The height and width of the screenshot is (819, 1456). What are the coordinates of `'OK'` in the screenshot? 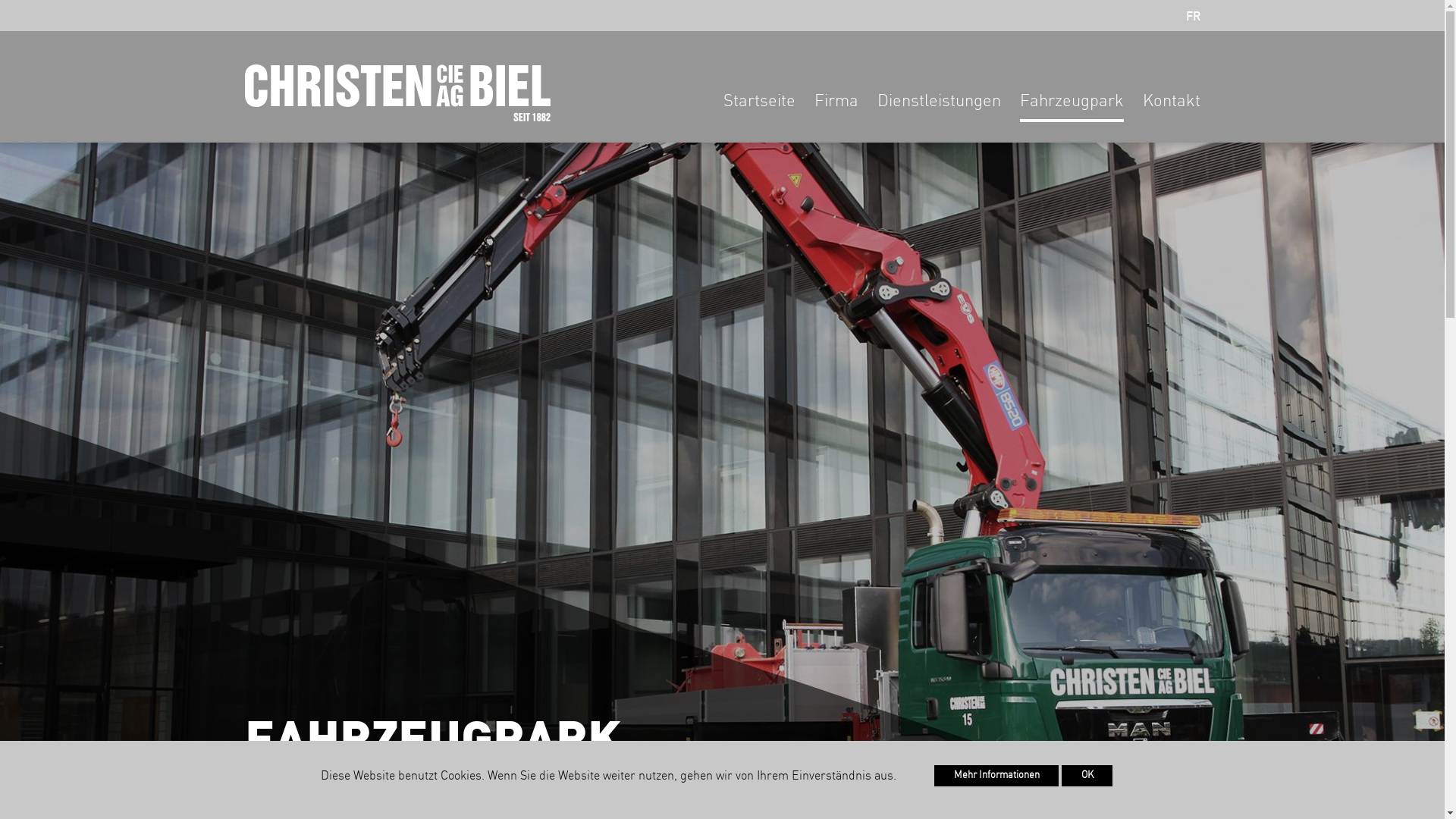 It's located at (1086, 775).